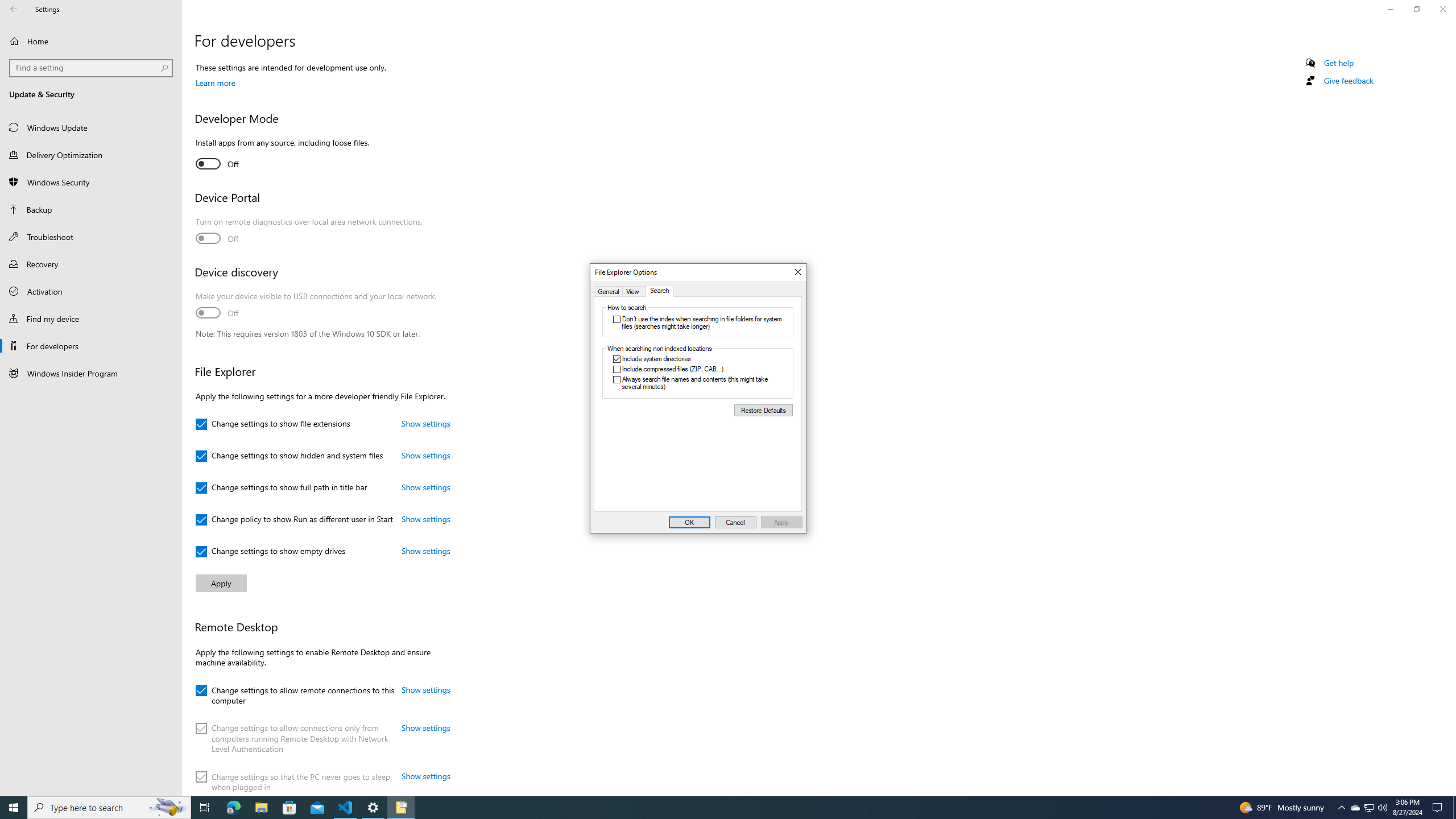 Image resolution: width=1456 pixels, height=819 pixels. Describe the element at coordinates (1454, 806) in the screenshot. I see `'Show desktop'` at that location.